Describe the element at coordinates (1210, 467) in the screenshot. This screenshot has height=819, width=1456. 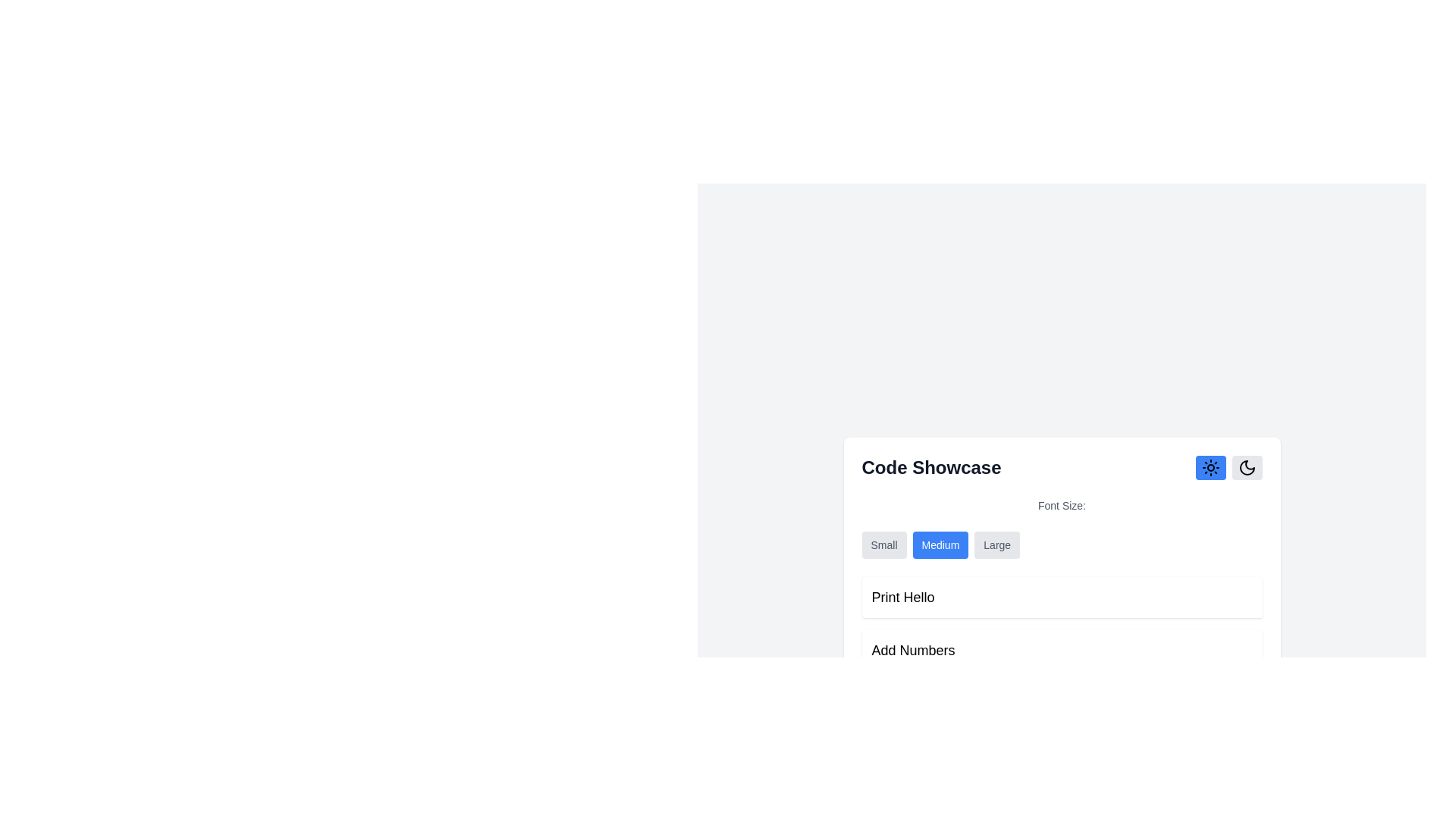
I see `the blue rectangular button with a sun icon, located in the upper-right corner of the 'Code Showcase' section, to toggle light mode` at that location.